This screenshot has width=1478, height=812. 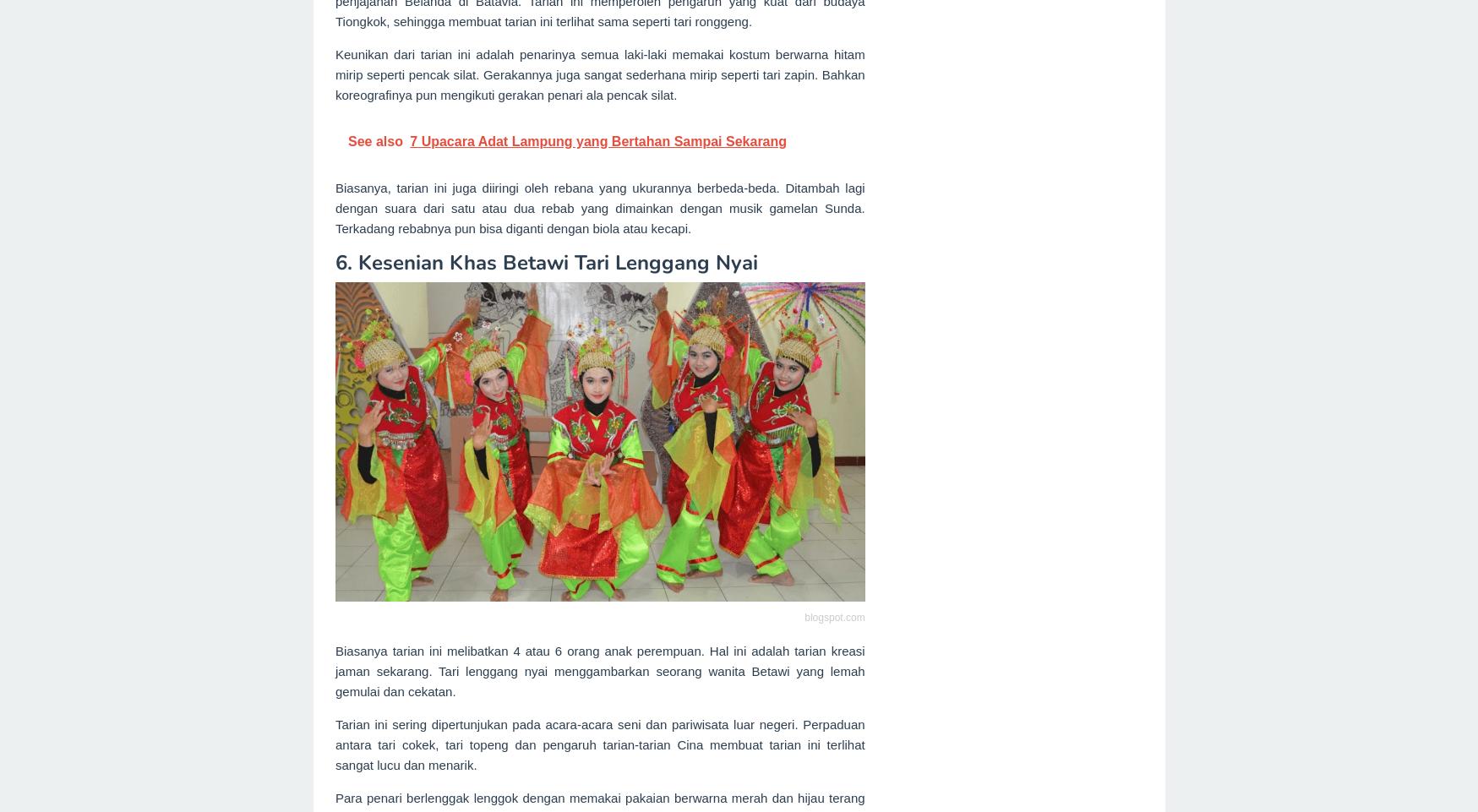 I want to click on 'Biasanya tarian ini melibatkan 4 atau 6 orang anak perempuan. Hal ini adalah tarian kreasi jaman sekarang. Tari lenggang nyai menggambarkan seorang wanita Betawi yang lemah gemulai dan cekatan.', so click(x=598, y=670).